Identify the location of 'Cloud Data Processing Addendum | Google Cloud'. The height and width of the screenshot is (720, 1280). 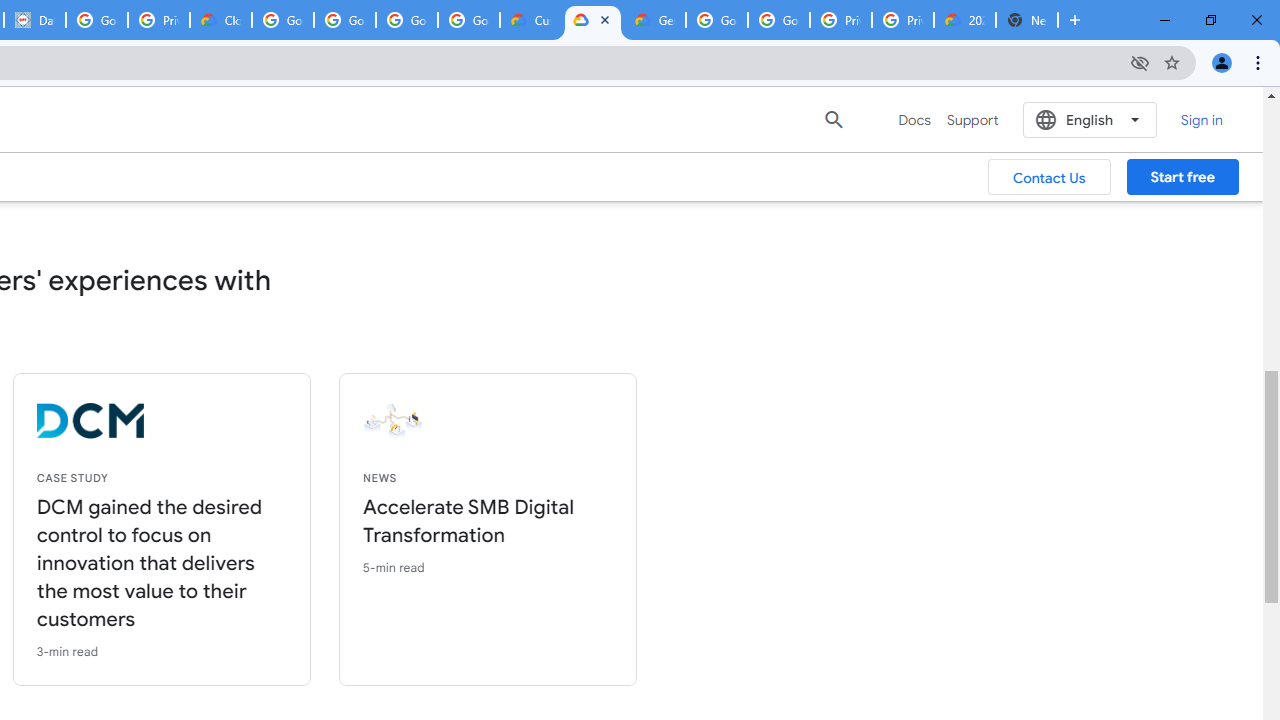
(220, 20).